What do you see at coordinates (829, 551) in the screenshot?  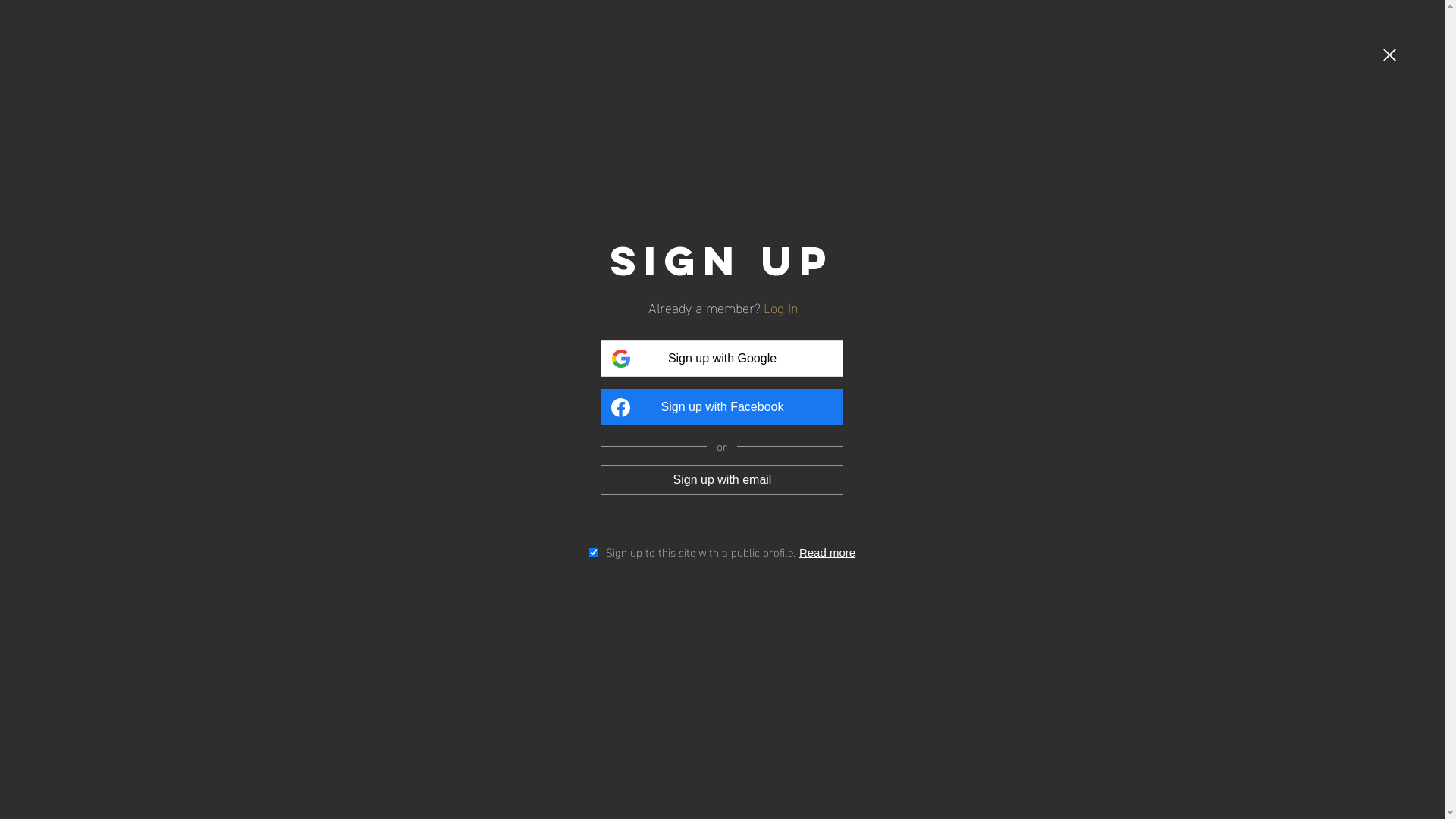 I see `'Read more'` at bounding box center [829, 551].